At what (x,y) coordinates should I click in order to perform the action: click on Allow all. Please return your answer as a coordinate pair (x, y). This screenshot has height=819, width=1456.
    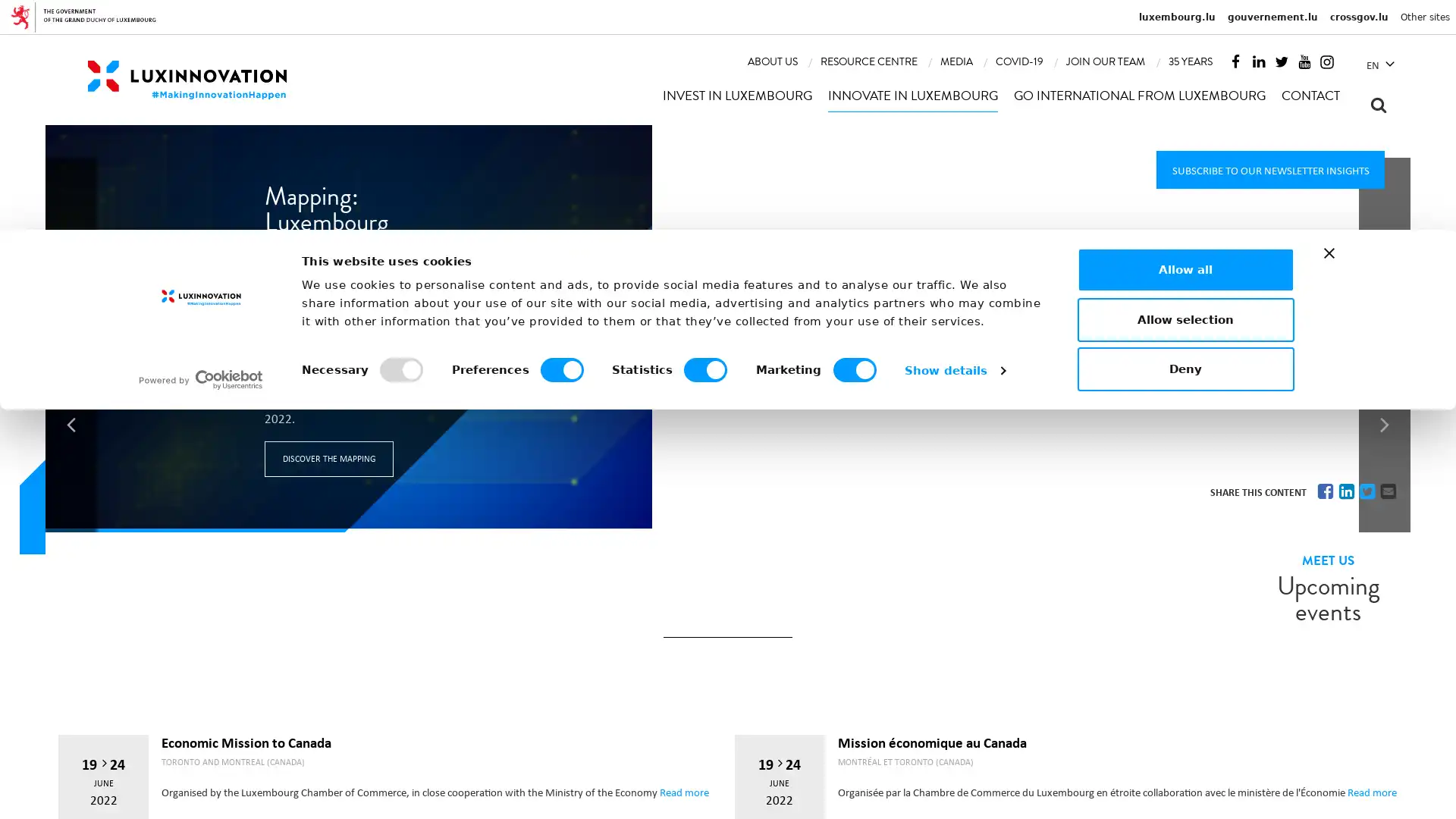
    Looking at the image, I should click on (1185, 678).